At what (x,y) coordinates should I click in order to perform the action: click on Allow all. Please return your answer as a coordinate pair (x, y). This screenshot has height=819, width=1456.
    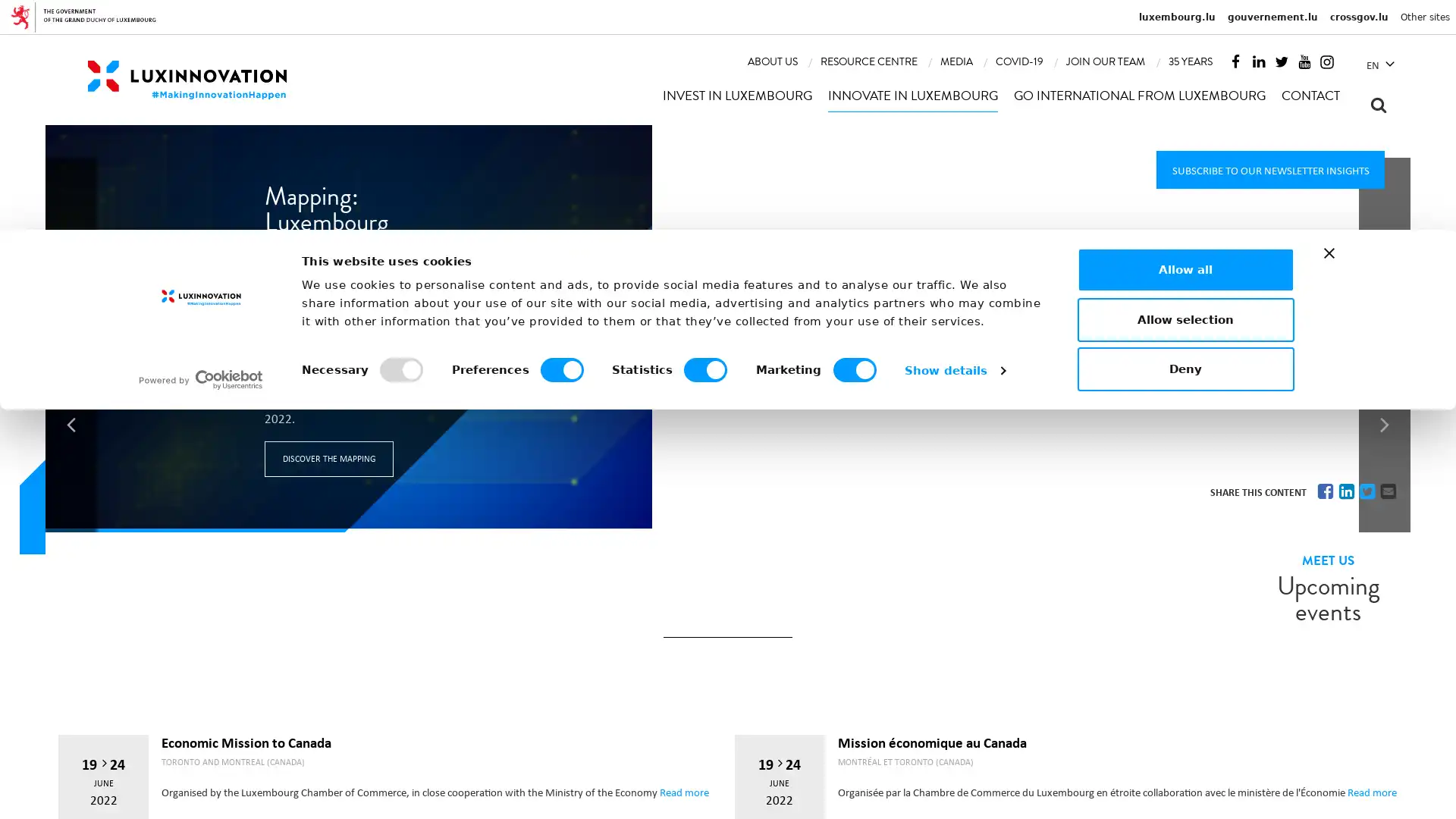
    Looking at the image, I should click on (1185, 678).